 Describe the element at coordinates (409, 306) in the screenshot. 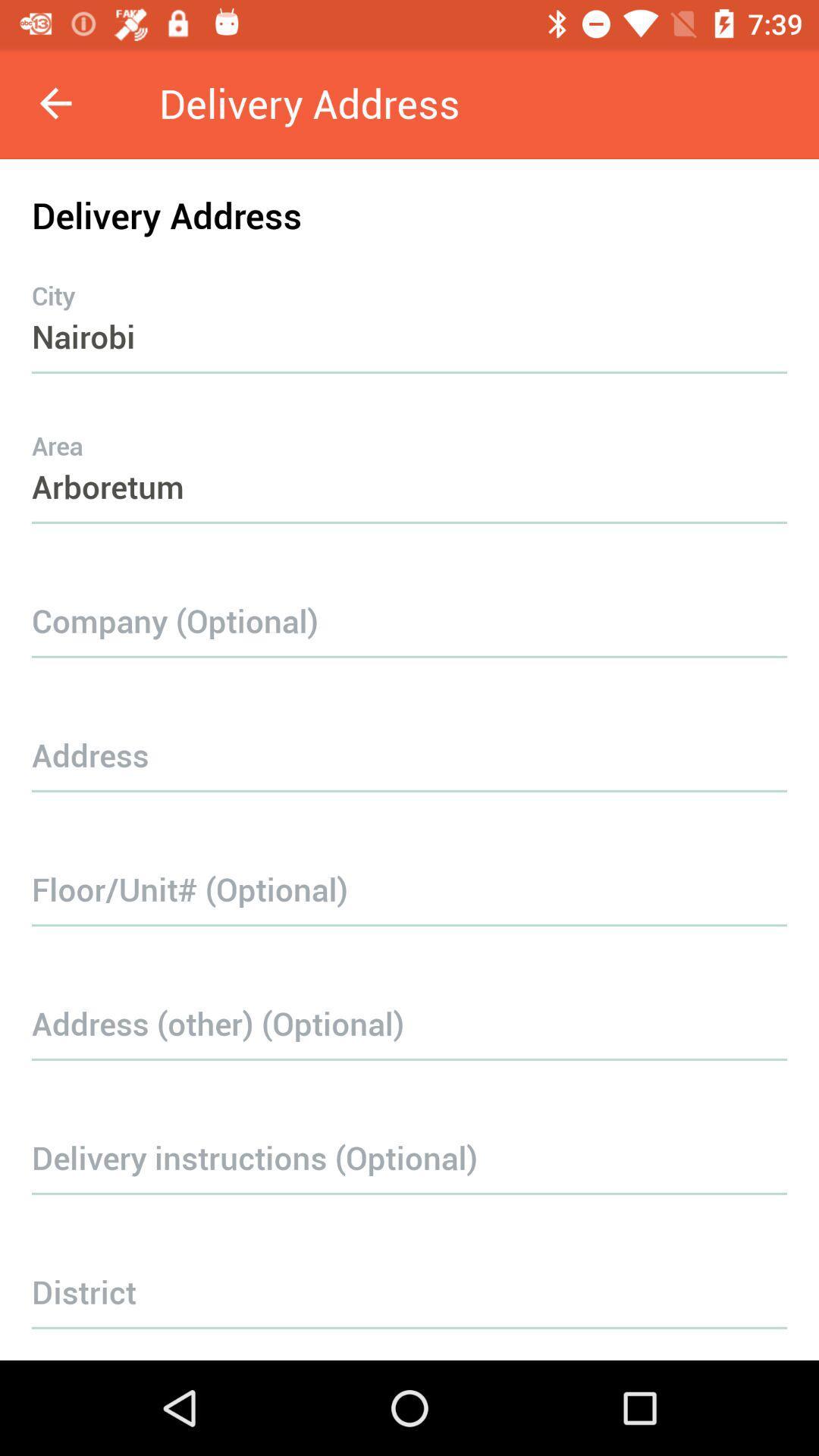

I see `icon below delivery address icon` at that location.